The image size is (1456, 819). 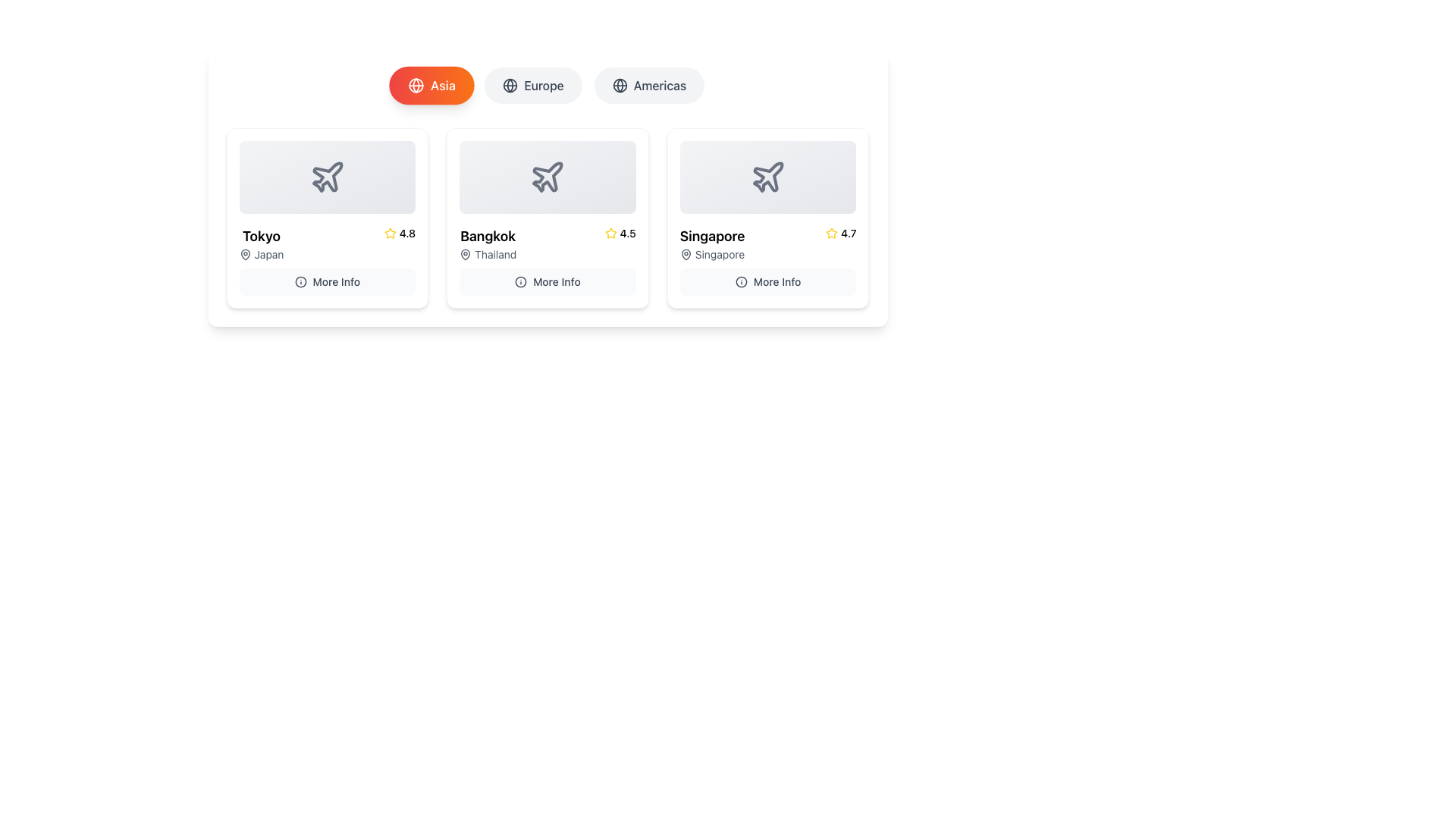 I want to click on the static text component displaying 'Bangkok' and 'Thailand', located in the center panel of the webpage's card layout, so click(x=488, y=243).